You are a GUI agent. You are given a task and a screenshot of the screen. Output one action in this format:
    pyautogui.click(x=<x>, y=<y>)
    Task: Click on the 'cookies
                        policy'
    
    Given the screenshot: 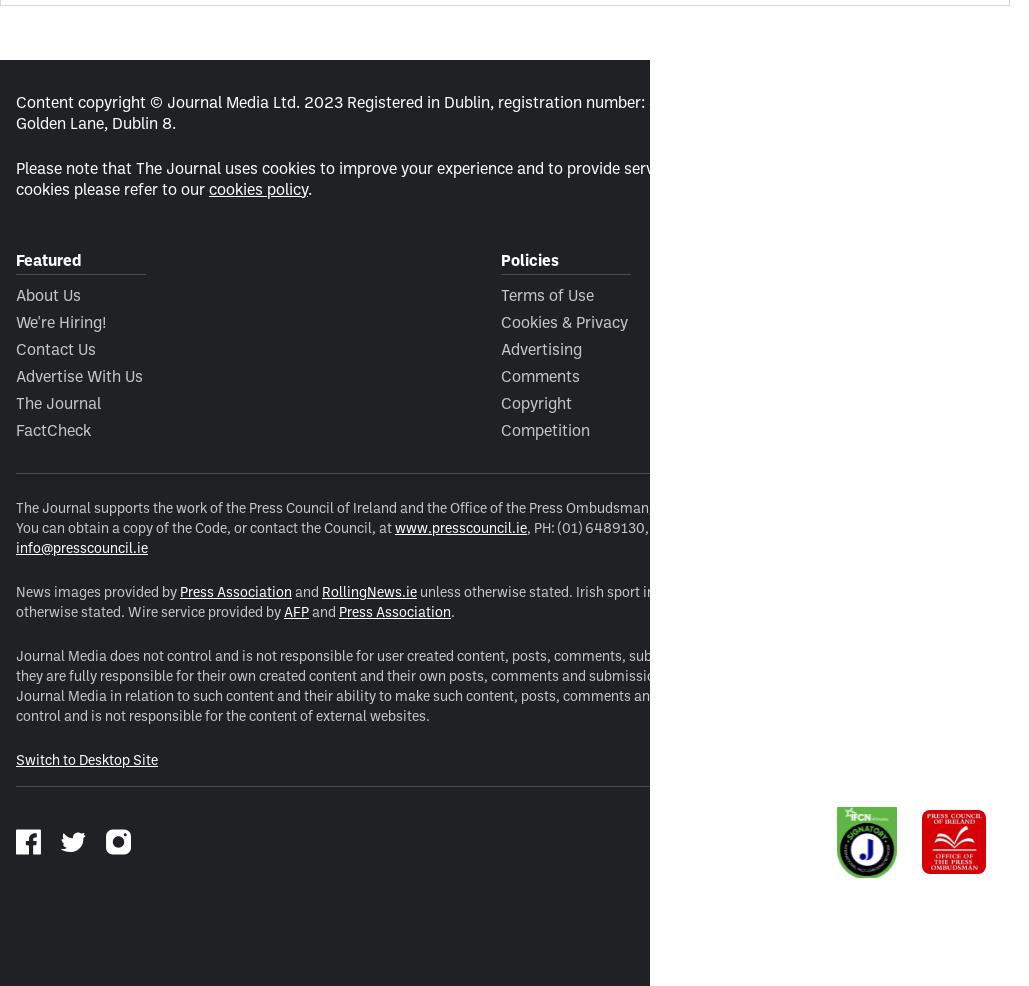 What is the action you would take?
    pyautogui.click(x=257, y=187)
    